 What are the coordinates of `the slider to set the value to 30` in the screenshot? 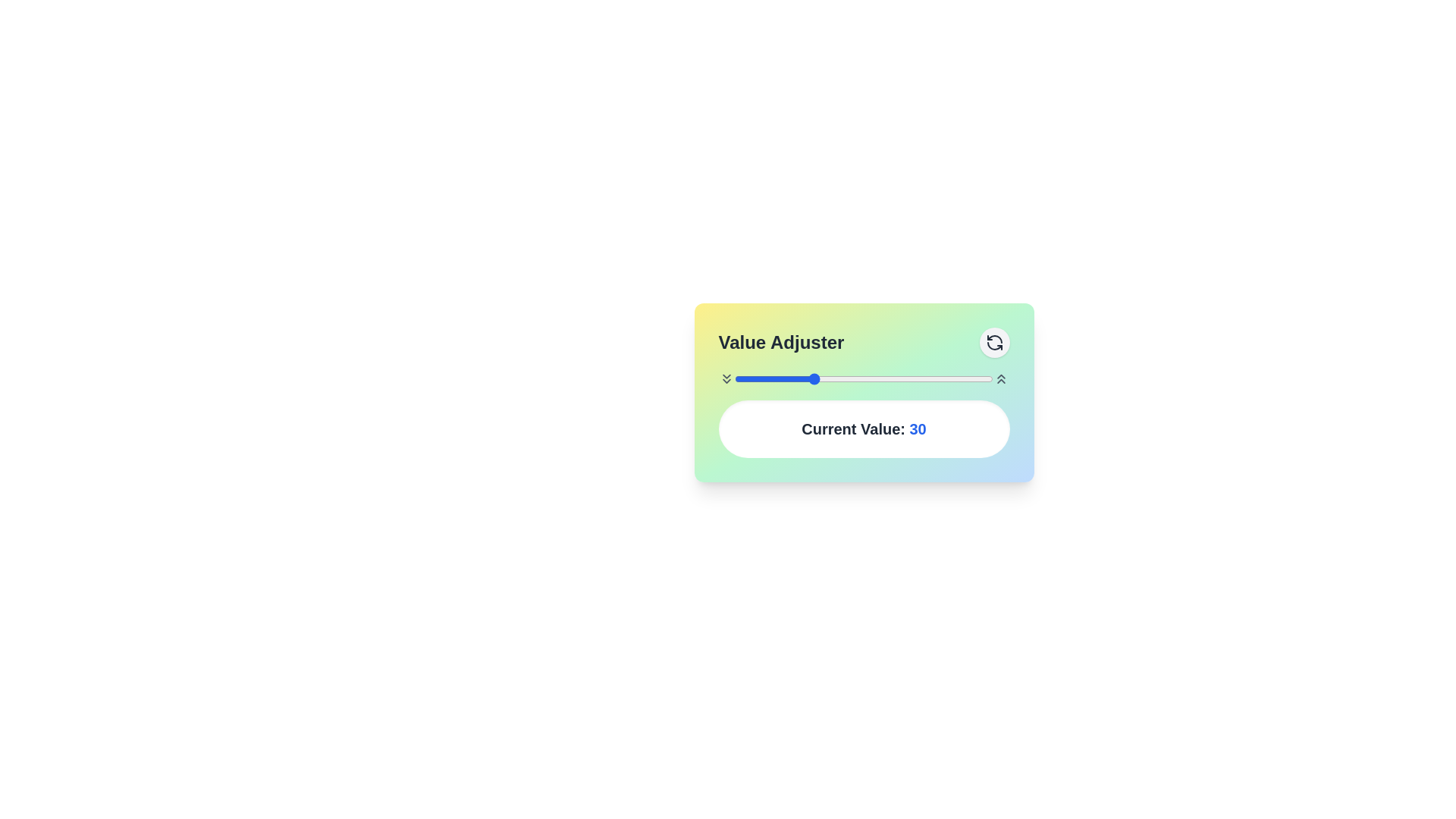 It's located at (811, 378).